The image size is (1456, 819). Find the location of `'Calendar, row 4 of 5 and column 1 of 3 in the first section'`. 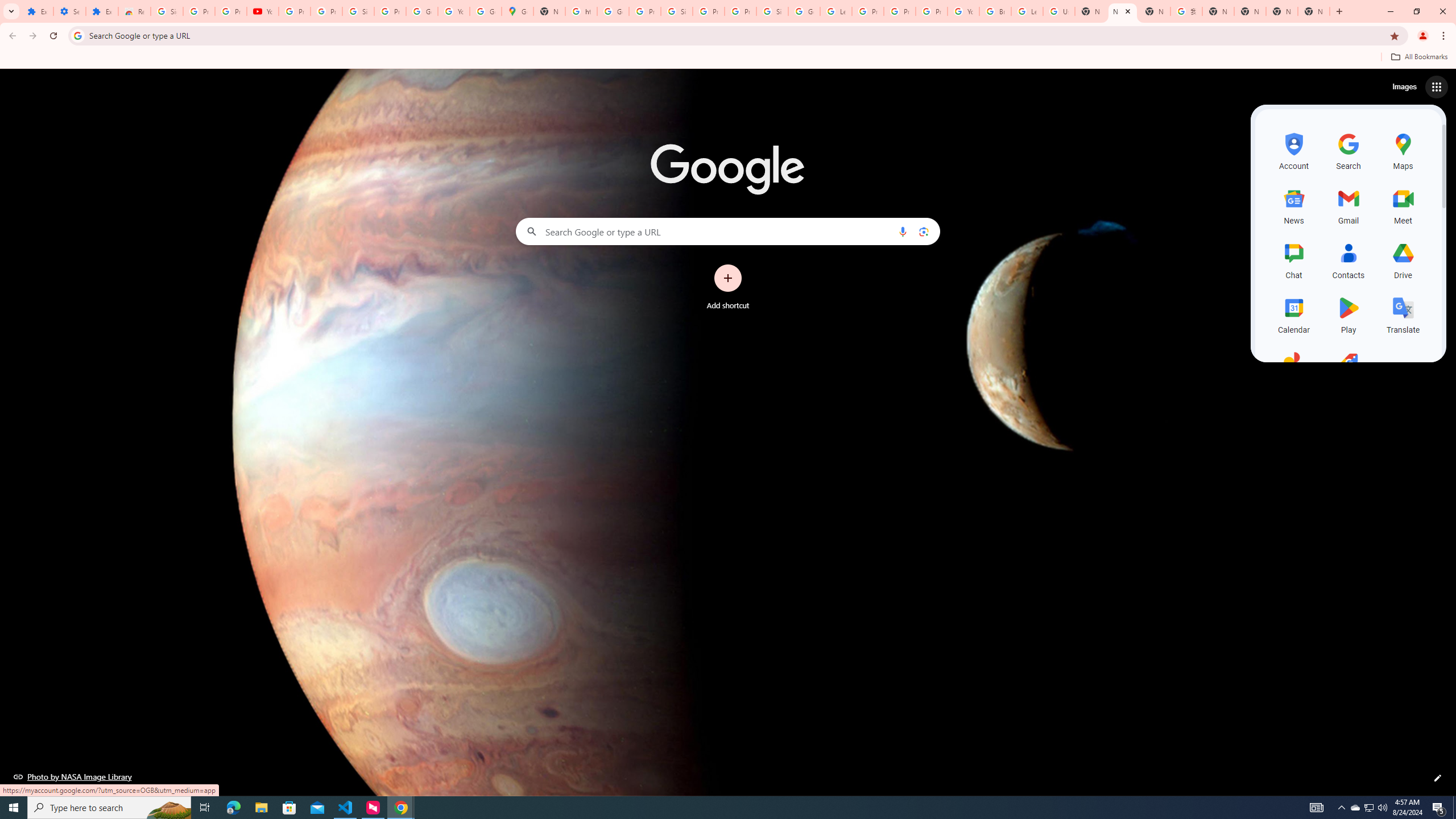

'Calendar, row 4 of 5 and column 1 of 3 in the first section' is located at coordinates (1293, 313).